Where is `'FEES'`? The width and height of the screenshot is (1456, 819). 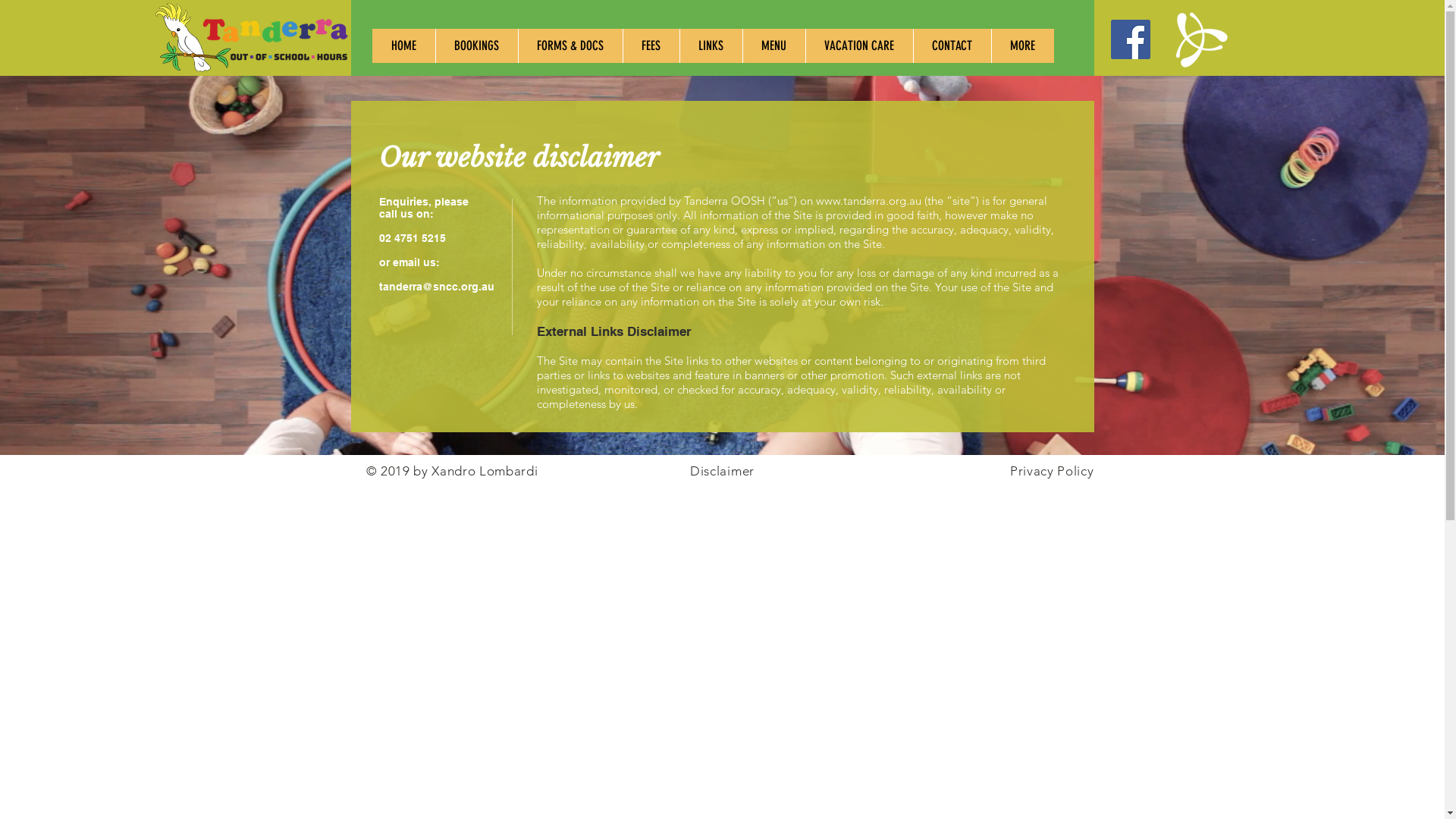
'FEES' is located at coordinates (650, 45).